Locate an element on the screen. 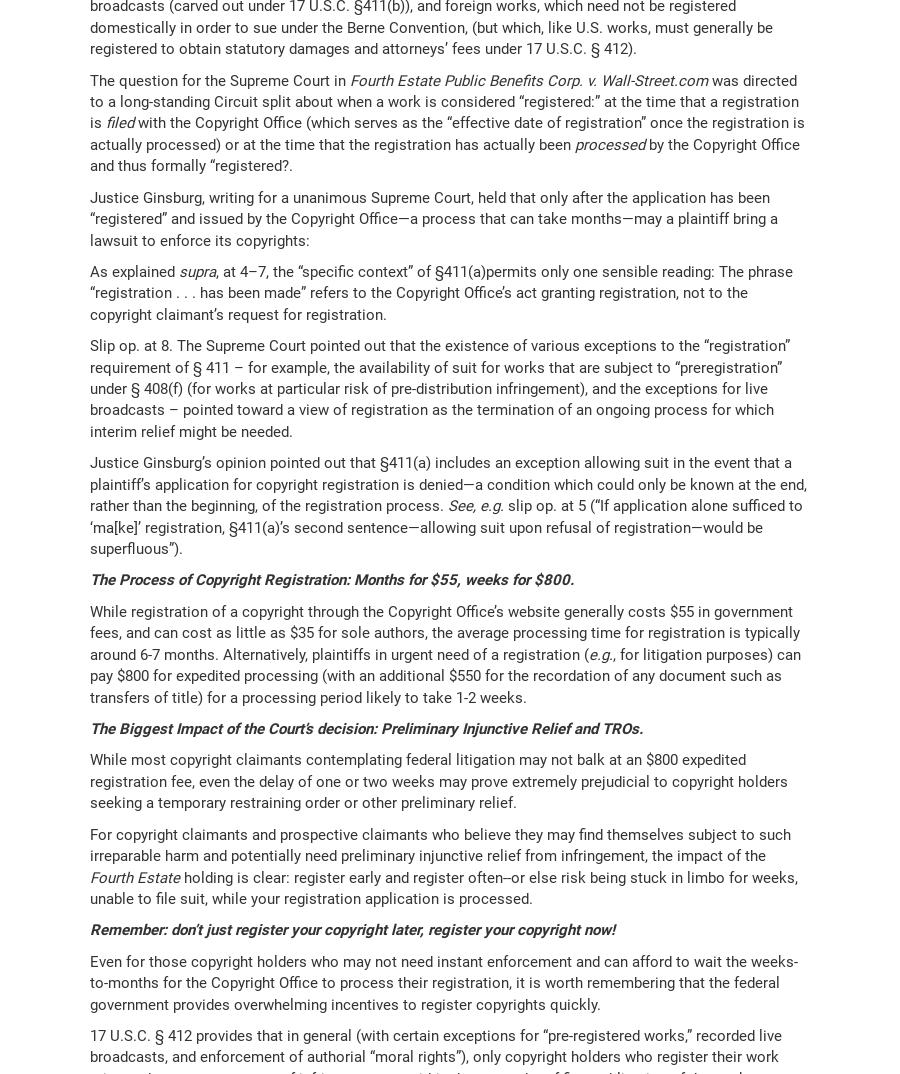 The width and height of the screenshot is (900, 1074). 'Justice Ginsburg’s opinion pointed out that §411(a) includes an exception allowing suit in the event that a plaintiff’s application for copyright registration is denied—a condition which could only be known at the end, rather than the beginning, of the registration process.' is located at coordinates (448, 484).